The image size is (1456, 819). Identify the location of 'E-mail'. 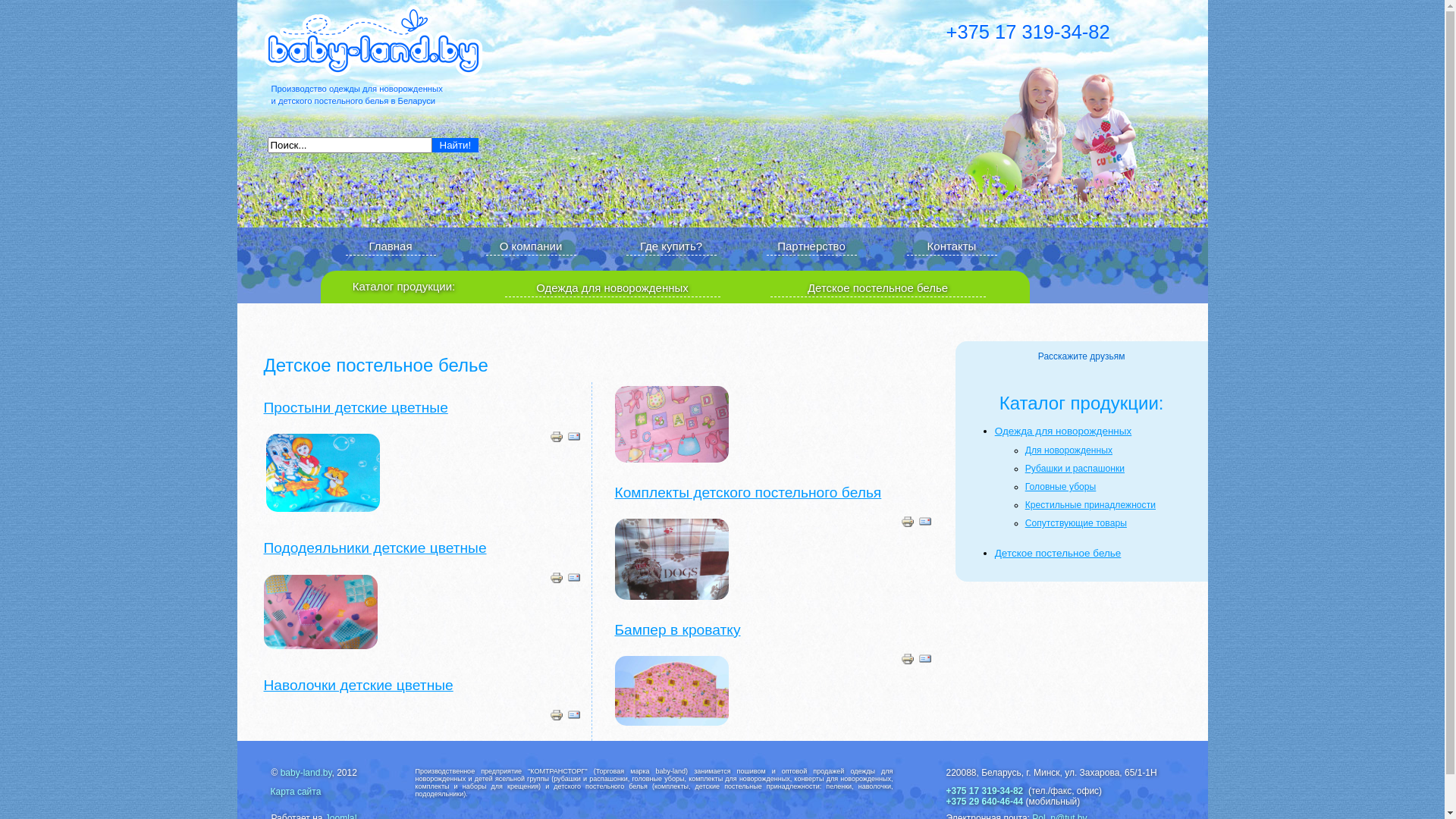
(924, 663).